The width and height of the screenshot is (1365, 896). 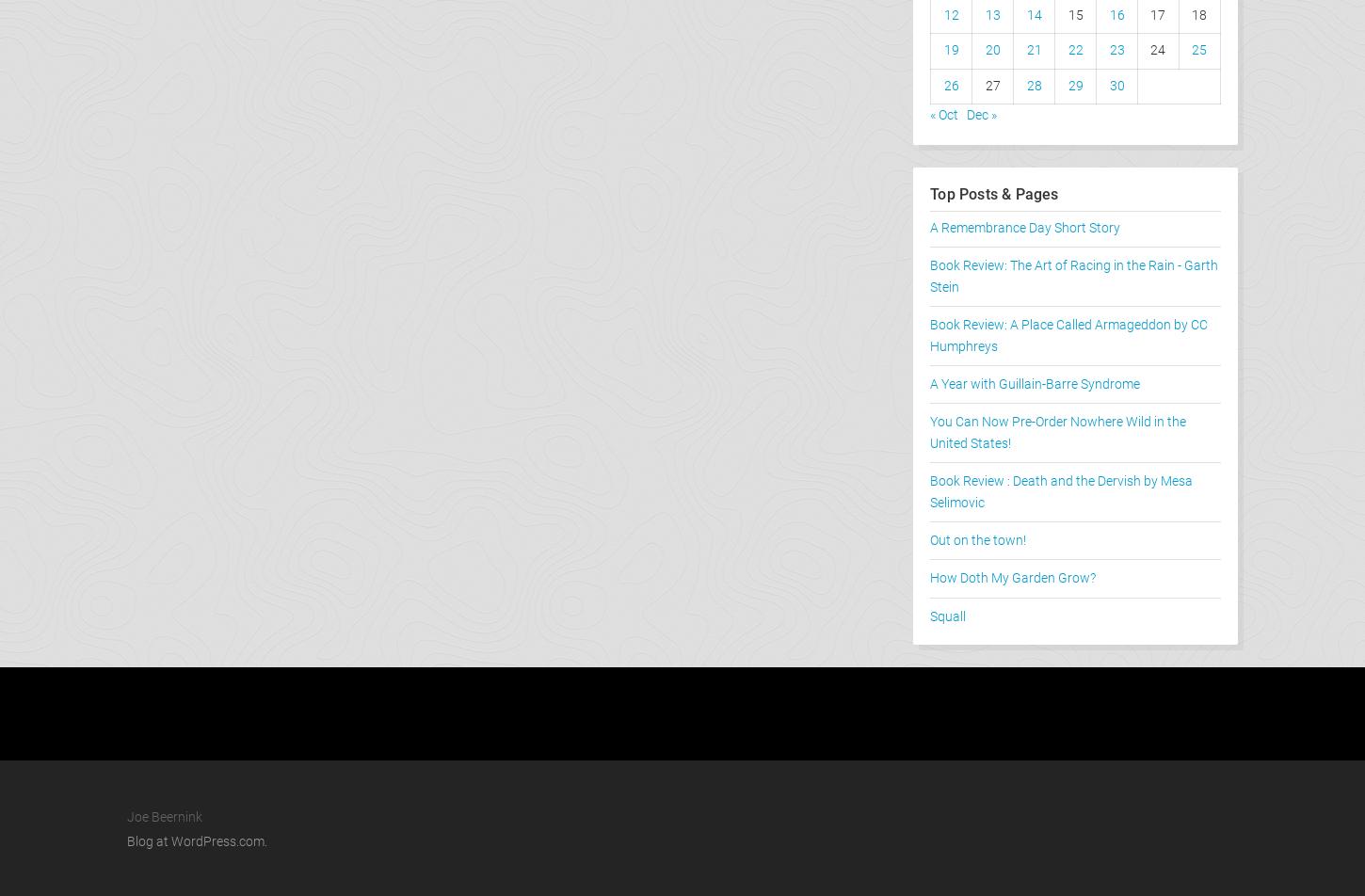 I want to click on '16', so click(x=1107, y=14).